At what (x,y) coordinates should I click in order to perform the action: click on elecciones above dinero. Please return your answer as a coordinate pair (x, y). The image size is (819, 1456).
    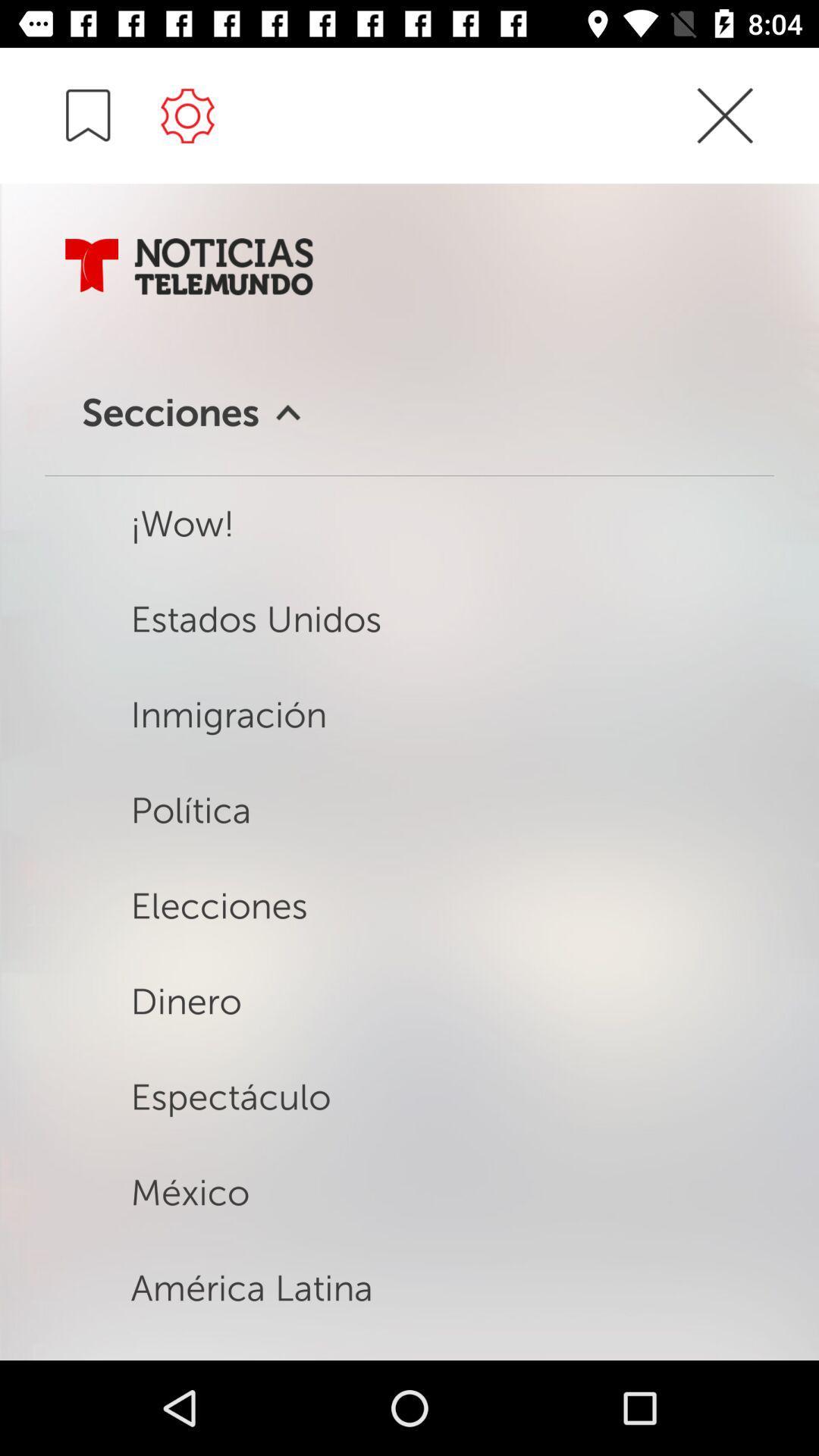
    Looking at the image, I should click on (291, 888).